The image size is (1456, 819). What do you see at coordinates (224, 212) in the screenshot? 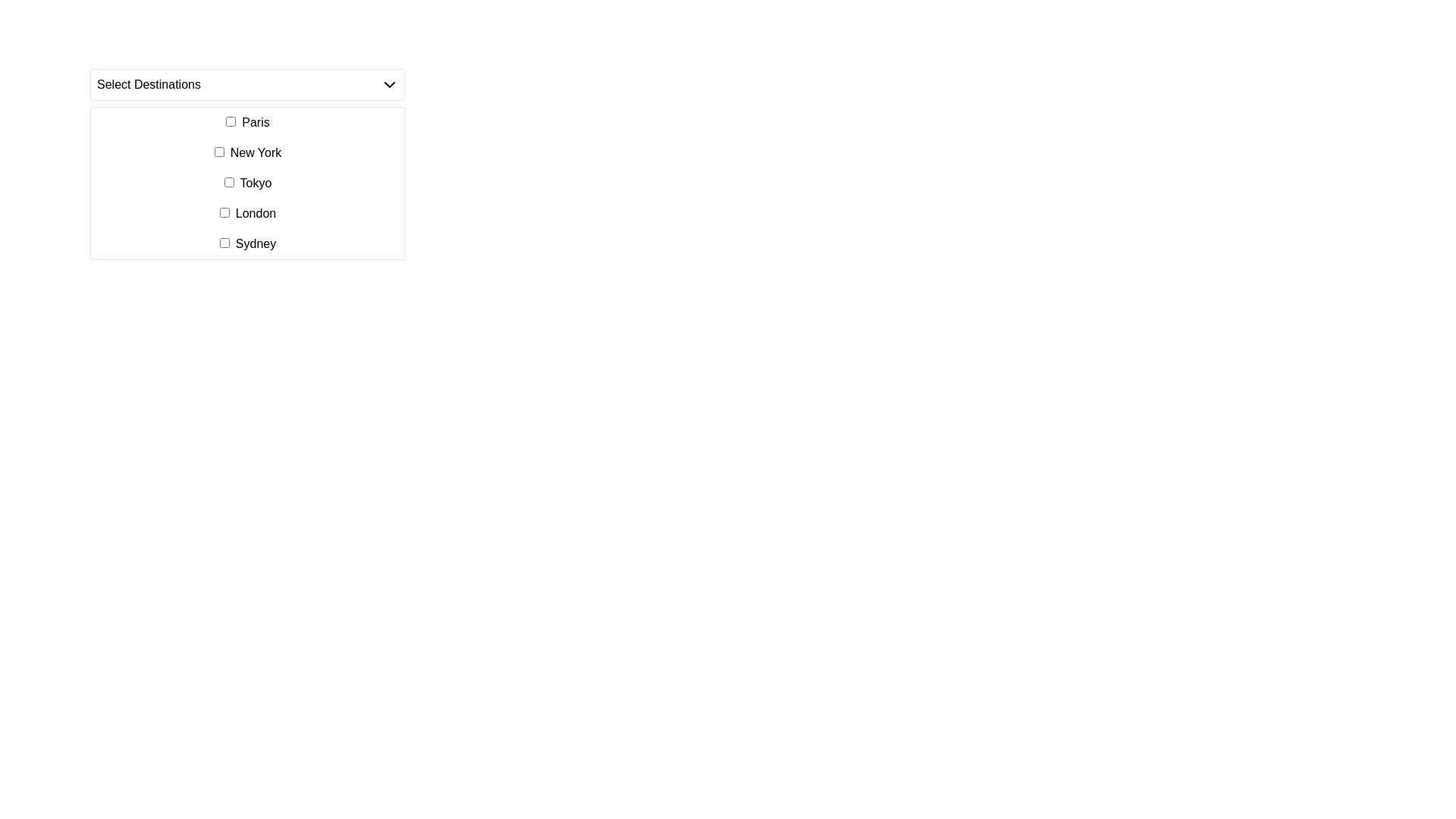
I see `the checkbox located to the left of the text 'London' in the fourth entry of the selectable options list` at bounding box center [224, 212].